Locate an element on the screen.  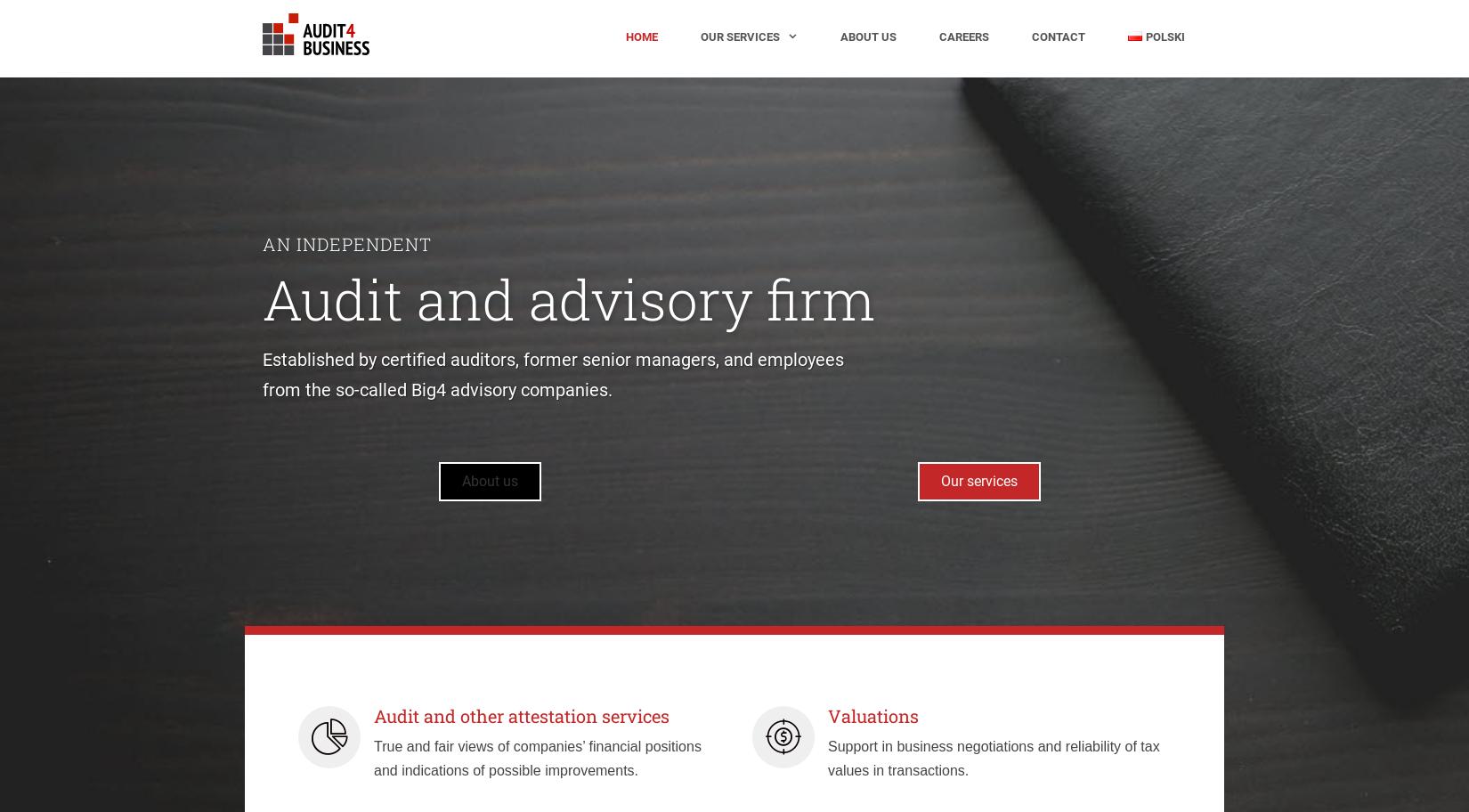
'True and fair views of companies’ financial positions and indications of possible improvements.' is located at coordinates (536, 758).